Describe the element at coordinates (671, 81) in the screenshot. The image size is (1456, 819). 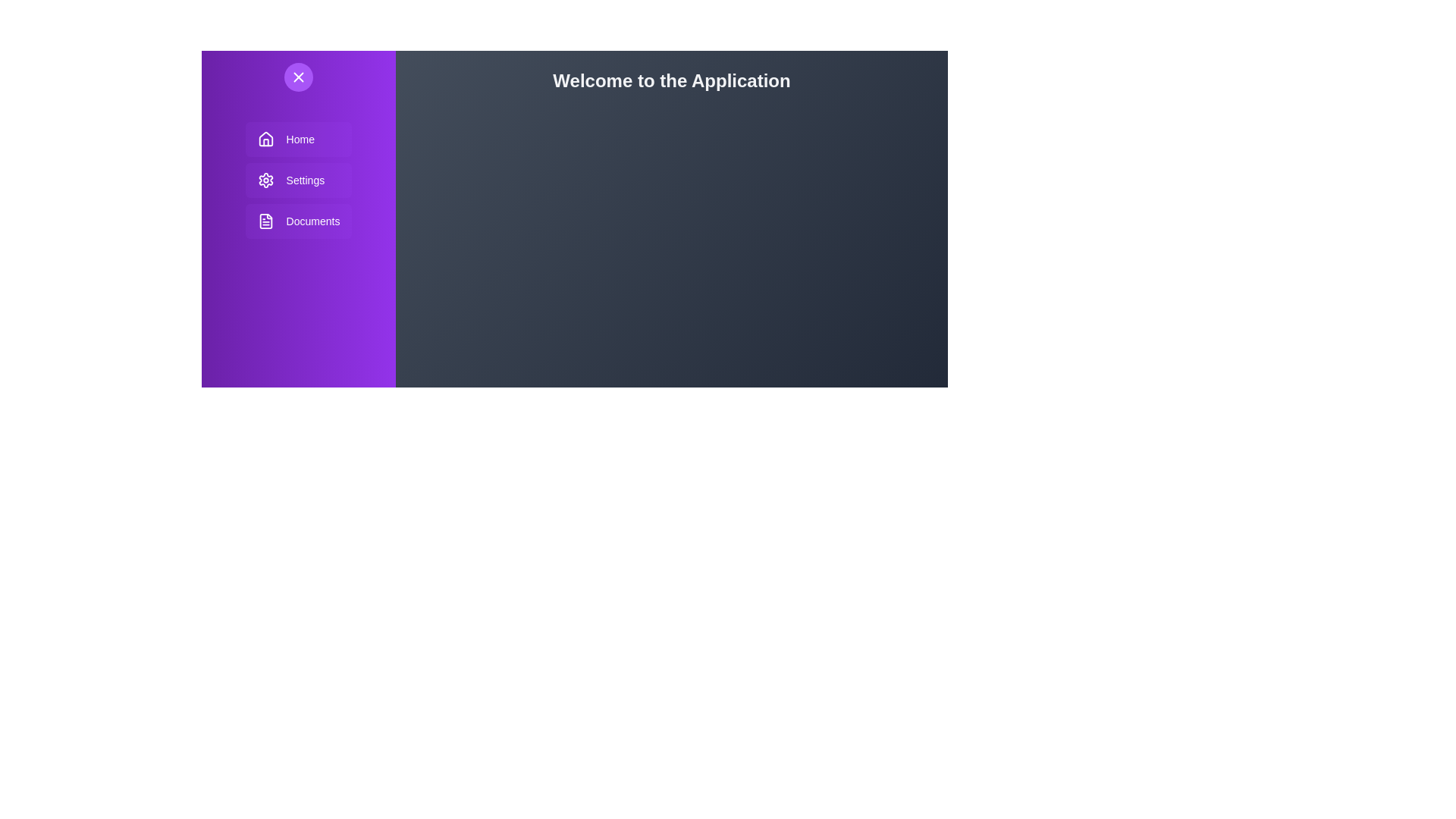
I see `the text 'Welcome to the Application' in the main area` at that location.